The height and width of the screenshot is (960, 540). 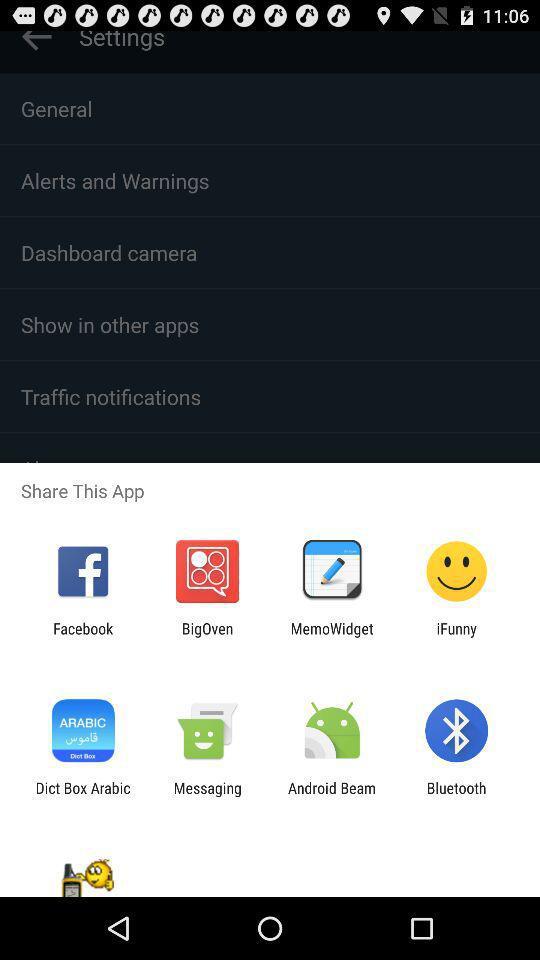 I want to click on the android beam, so click(x=332, y=796).